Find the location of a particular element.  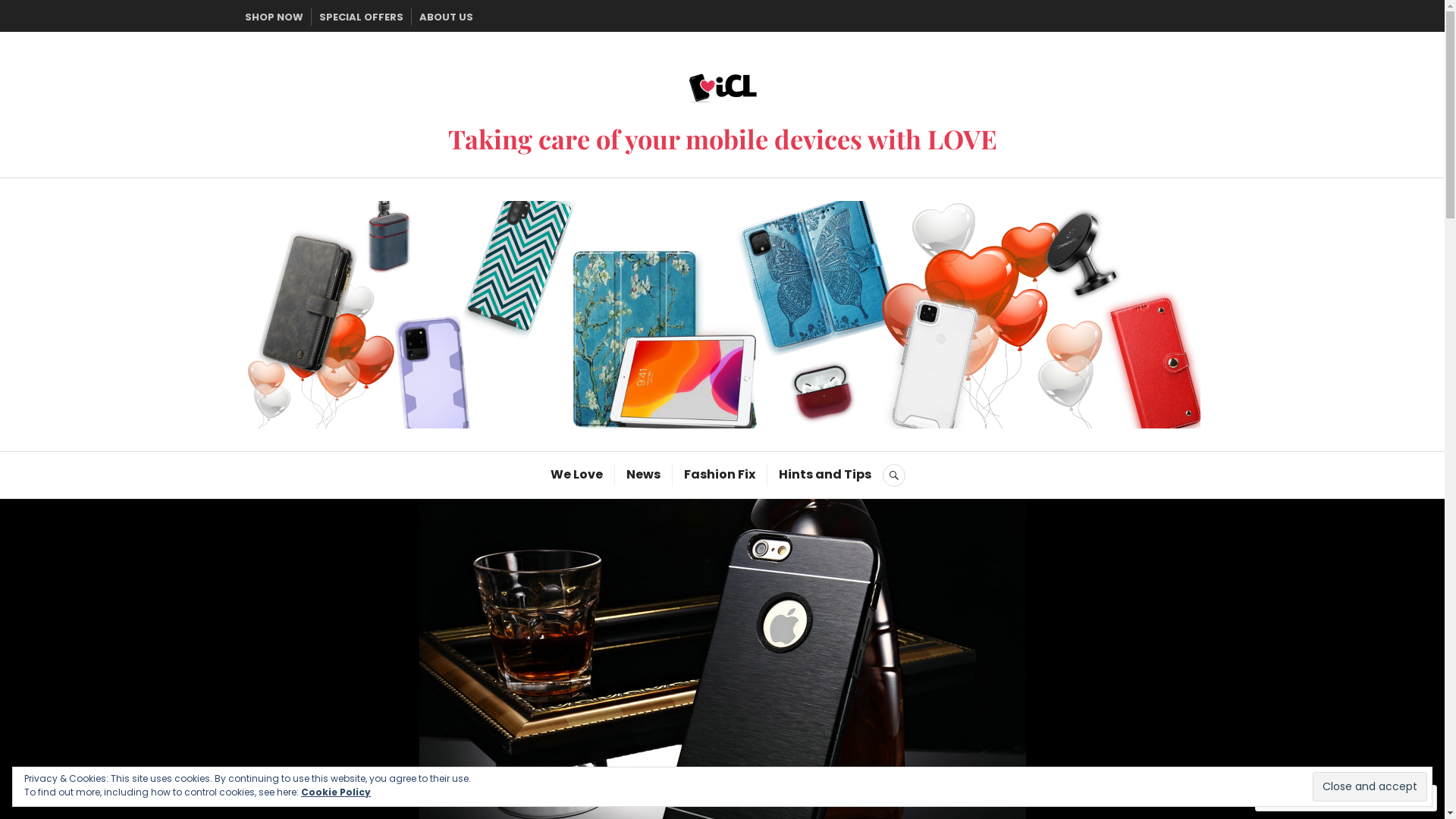

'SHOP NOW' is located at coordinates (243, 17).